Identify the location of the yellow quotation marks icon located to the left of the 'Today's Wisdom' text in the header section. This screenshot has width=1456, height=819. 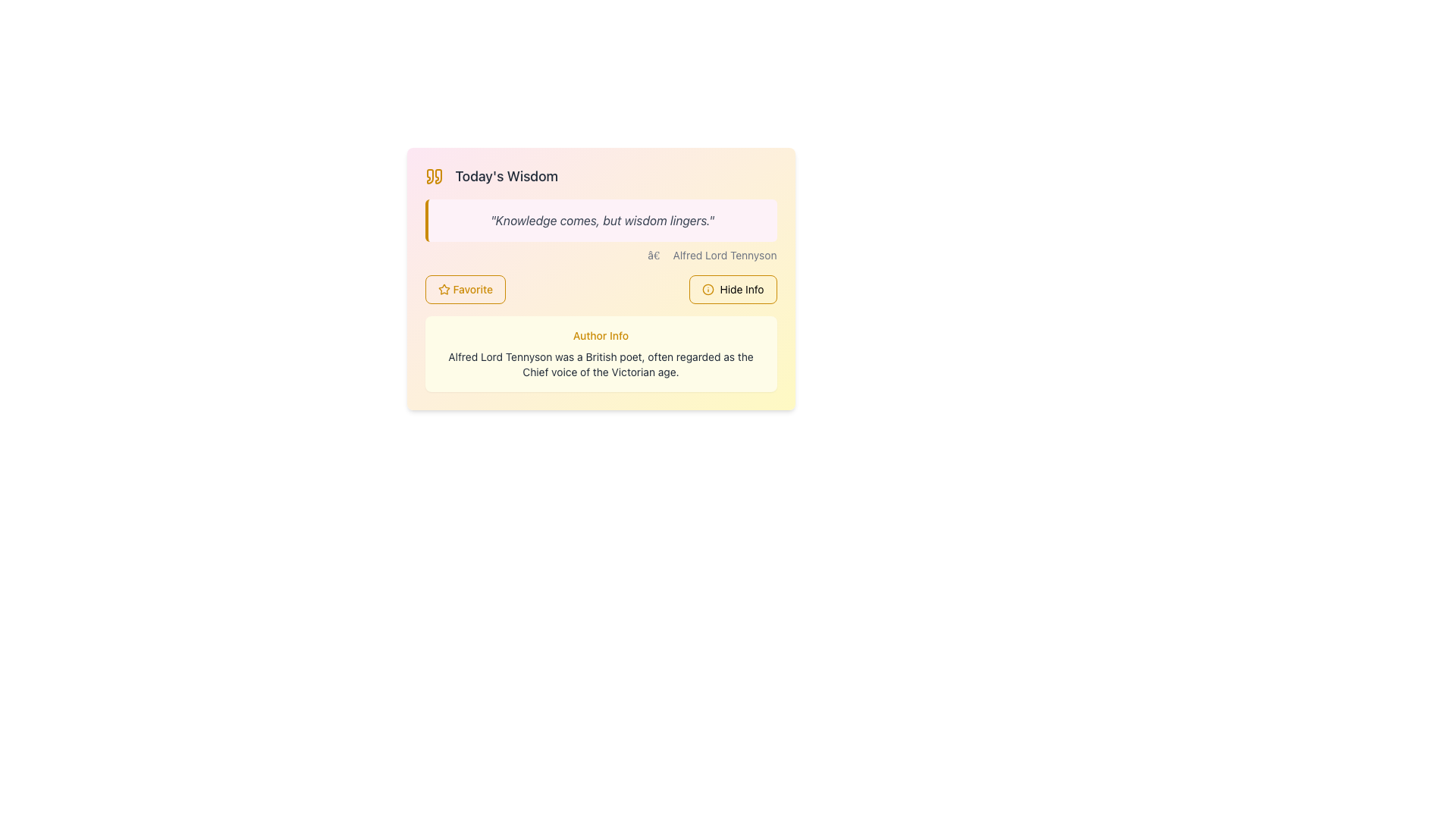
(433, 175).